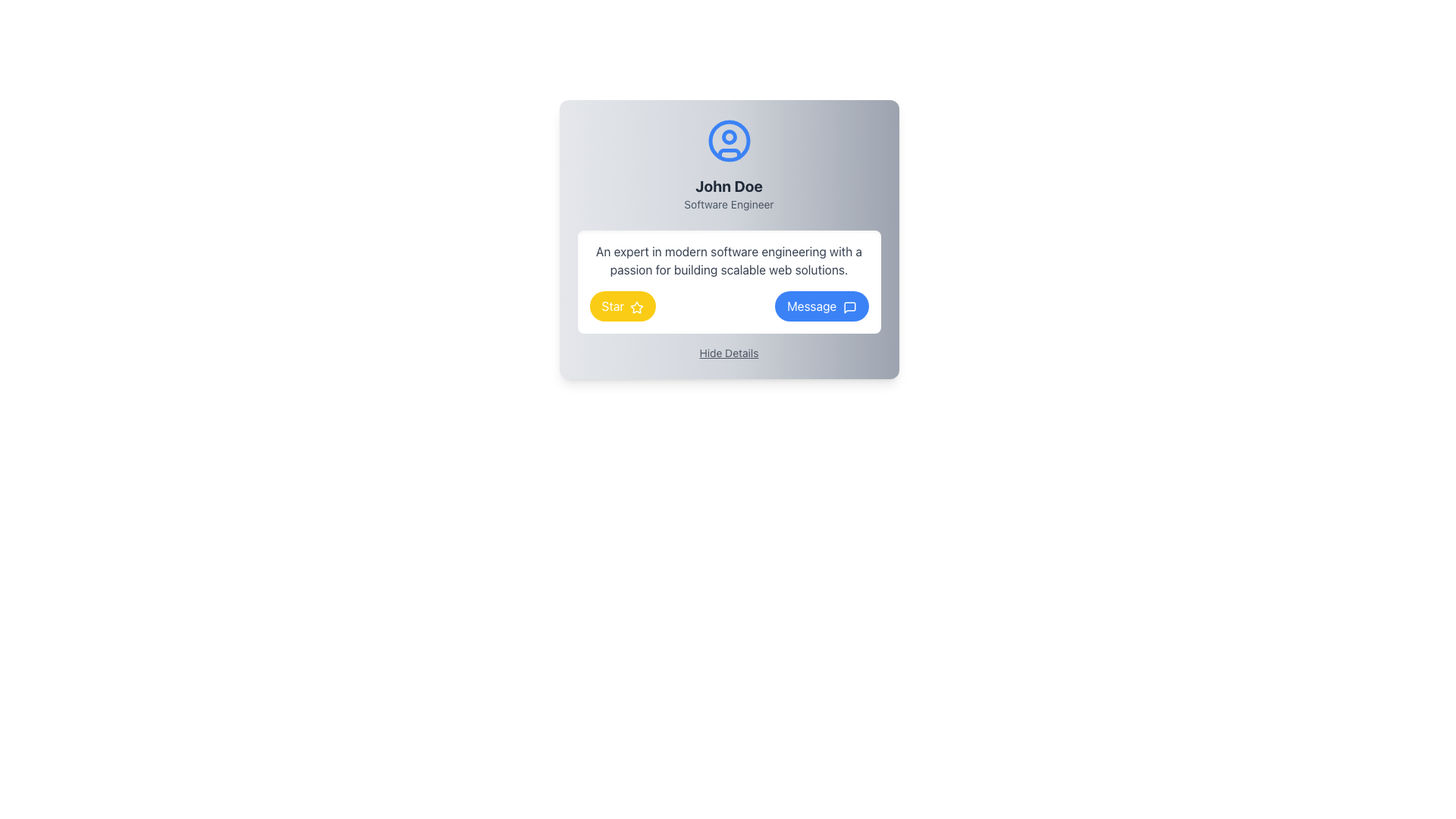  I want to click on the 'Star' button with rounded corners and a yellow background that contains the text 'Star' and a star icon, to change its background color to a lighter yellow, so click(623, 306).